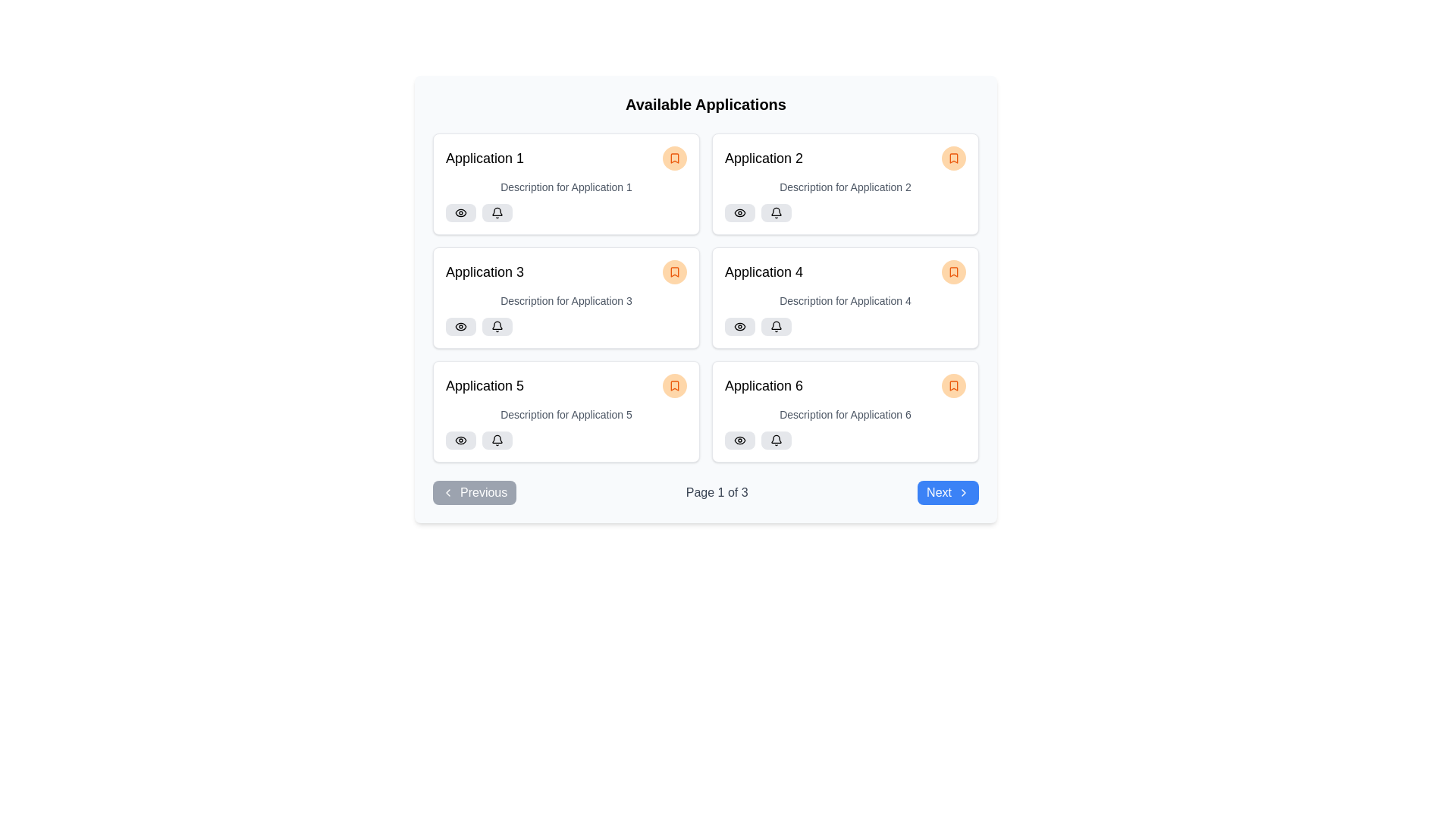 This screenshot has height=819, width=1456. Describe the element at coordinates (952, 385) in the screenshot. I see `the bookmark icon located in the bottom-right quadrant of the card titled 'Application 6'` at that location.